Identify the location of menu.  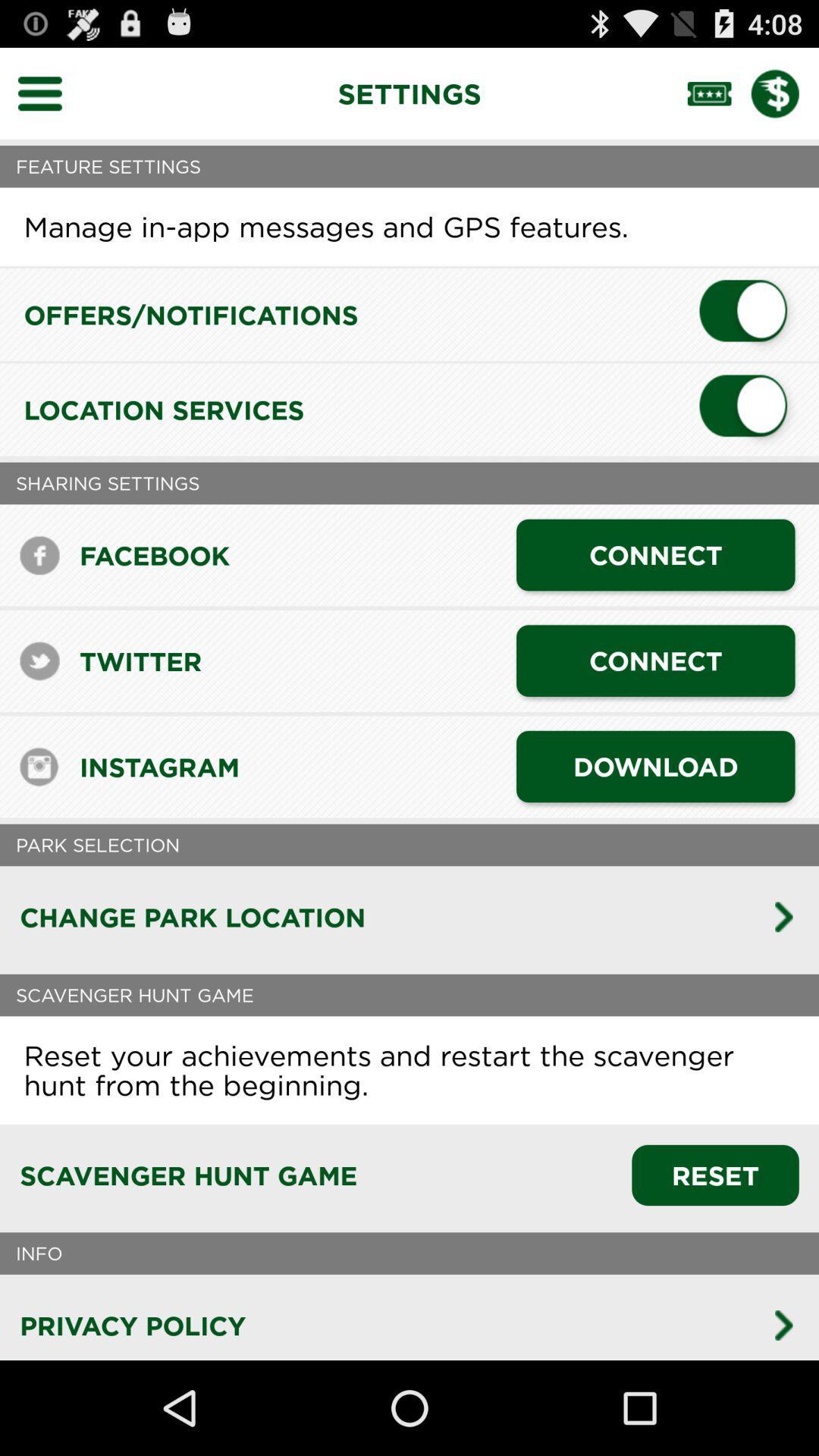
(49, 93).